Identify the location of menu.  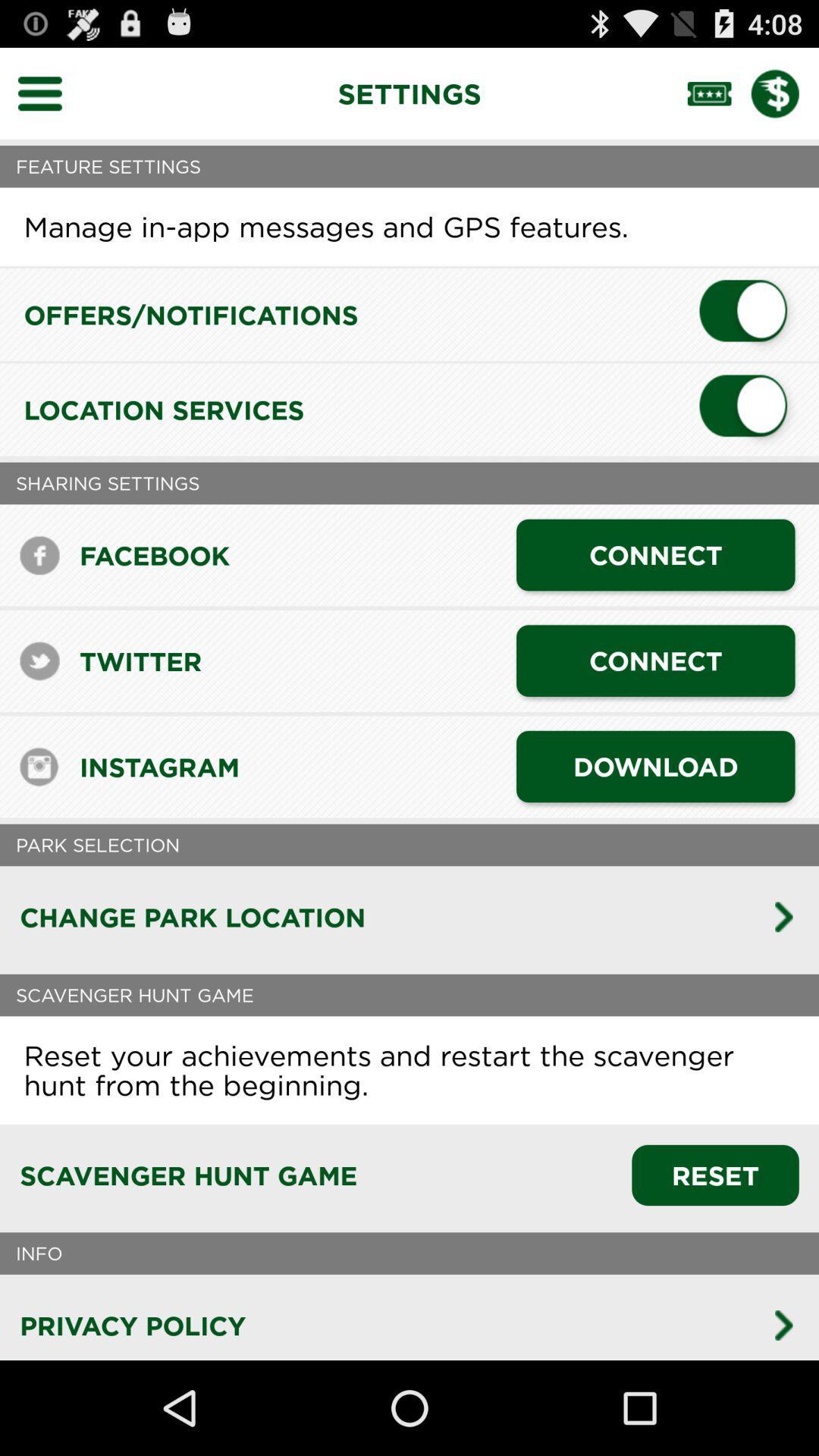
(49, 93).